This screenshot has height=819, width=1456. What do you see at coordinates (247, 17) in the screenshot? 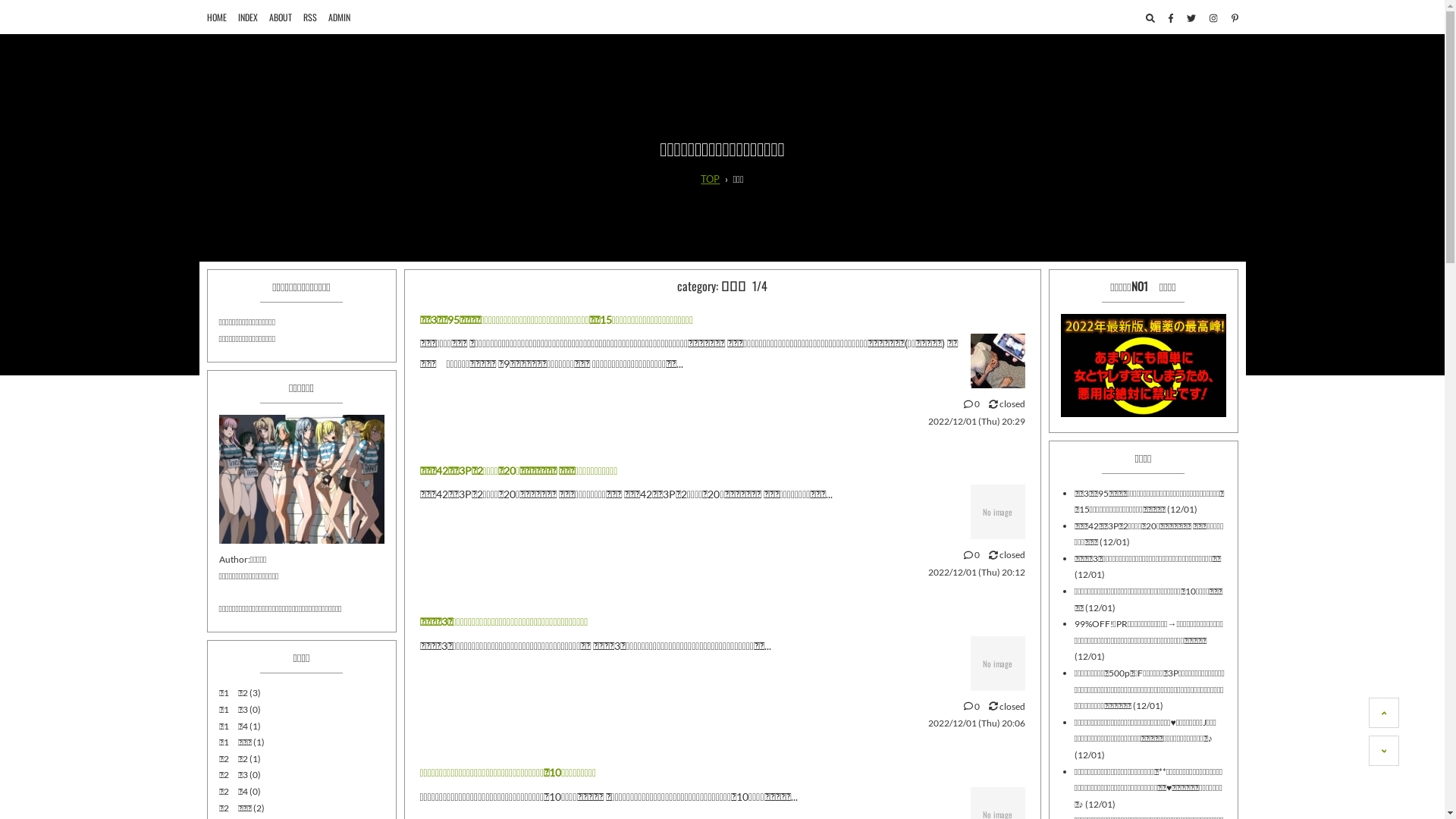
I see `'INDEX'` at bounding box center [247, 17].